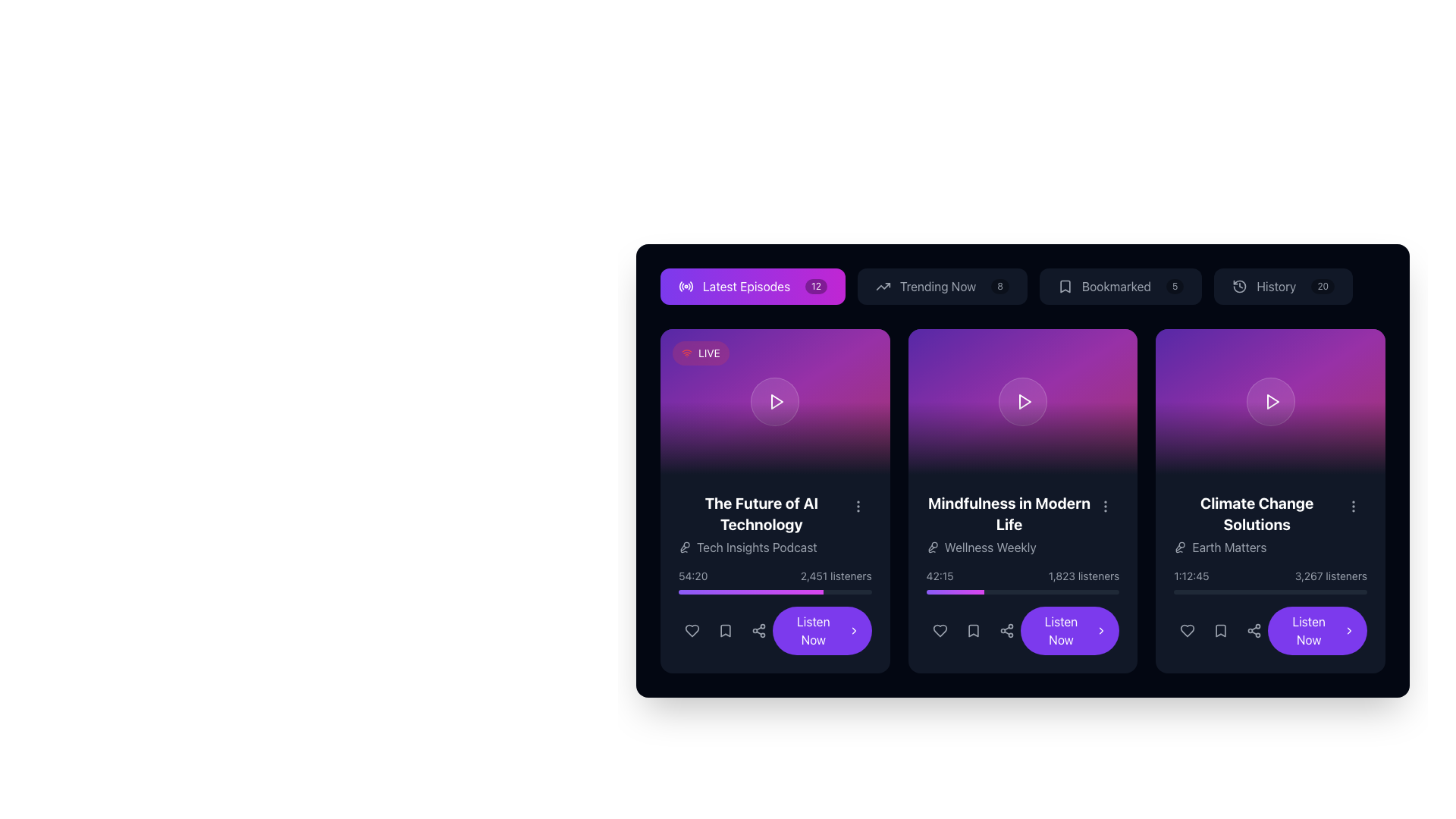 The height and width of the screenshot is (819, 1456). I want to click on the 'Listen Now' button with rounded shape and purple background, so click(775, 610).